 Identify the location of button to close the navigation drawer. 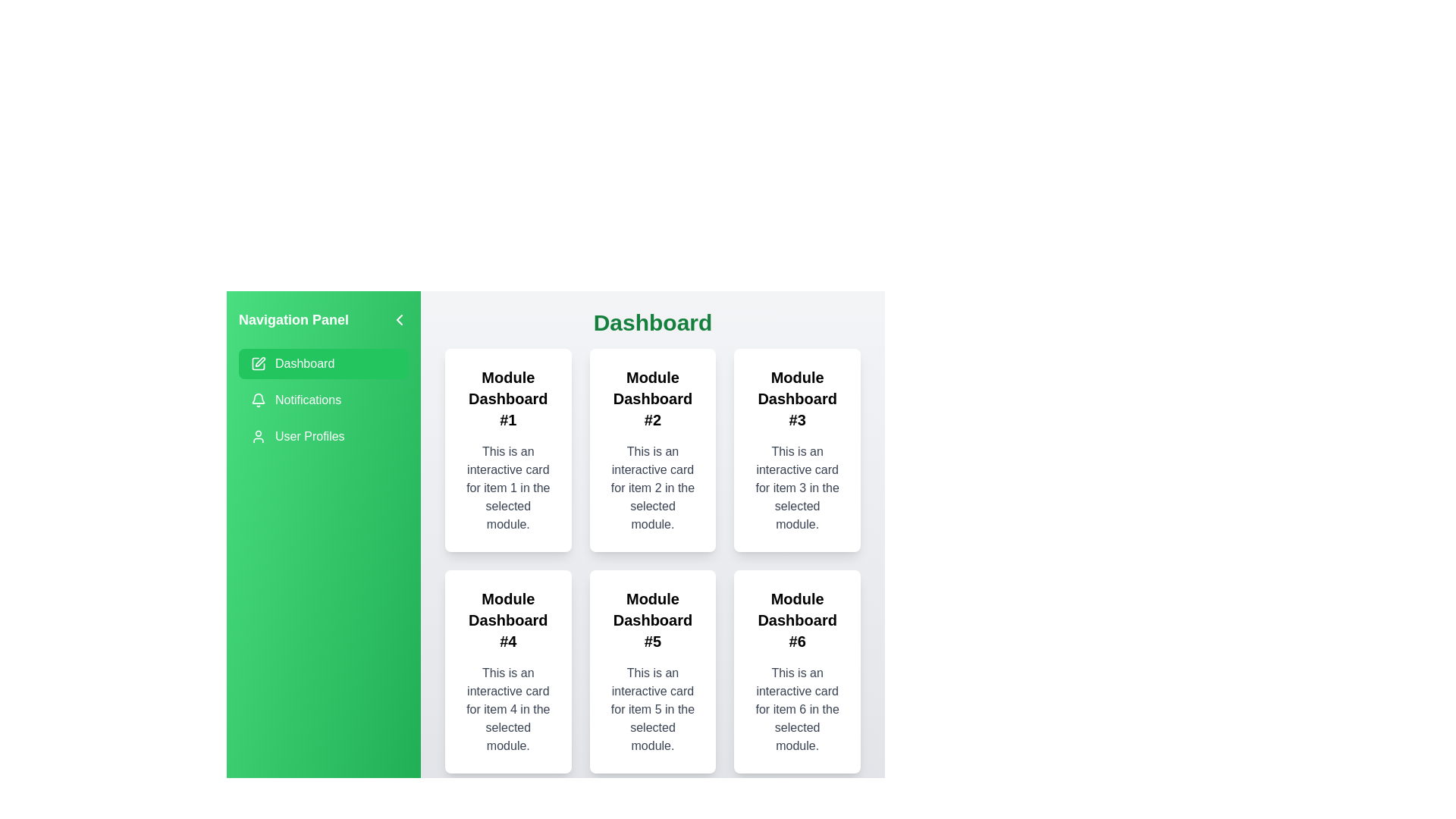
(400, 318).